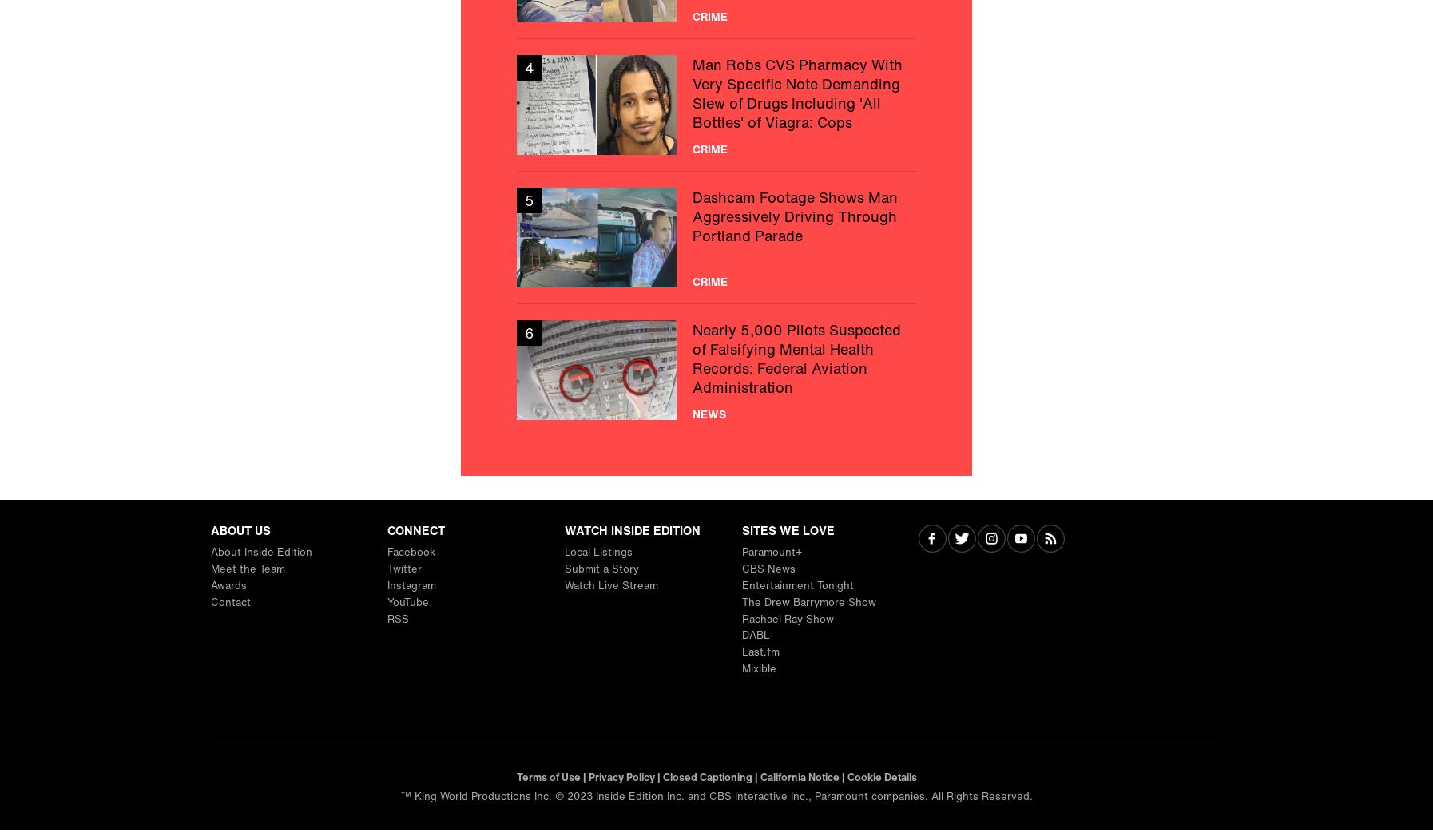 The height and width of the screenshot is (840, 1433). I want to click on 'Last.fm', so click(759, 652).